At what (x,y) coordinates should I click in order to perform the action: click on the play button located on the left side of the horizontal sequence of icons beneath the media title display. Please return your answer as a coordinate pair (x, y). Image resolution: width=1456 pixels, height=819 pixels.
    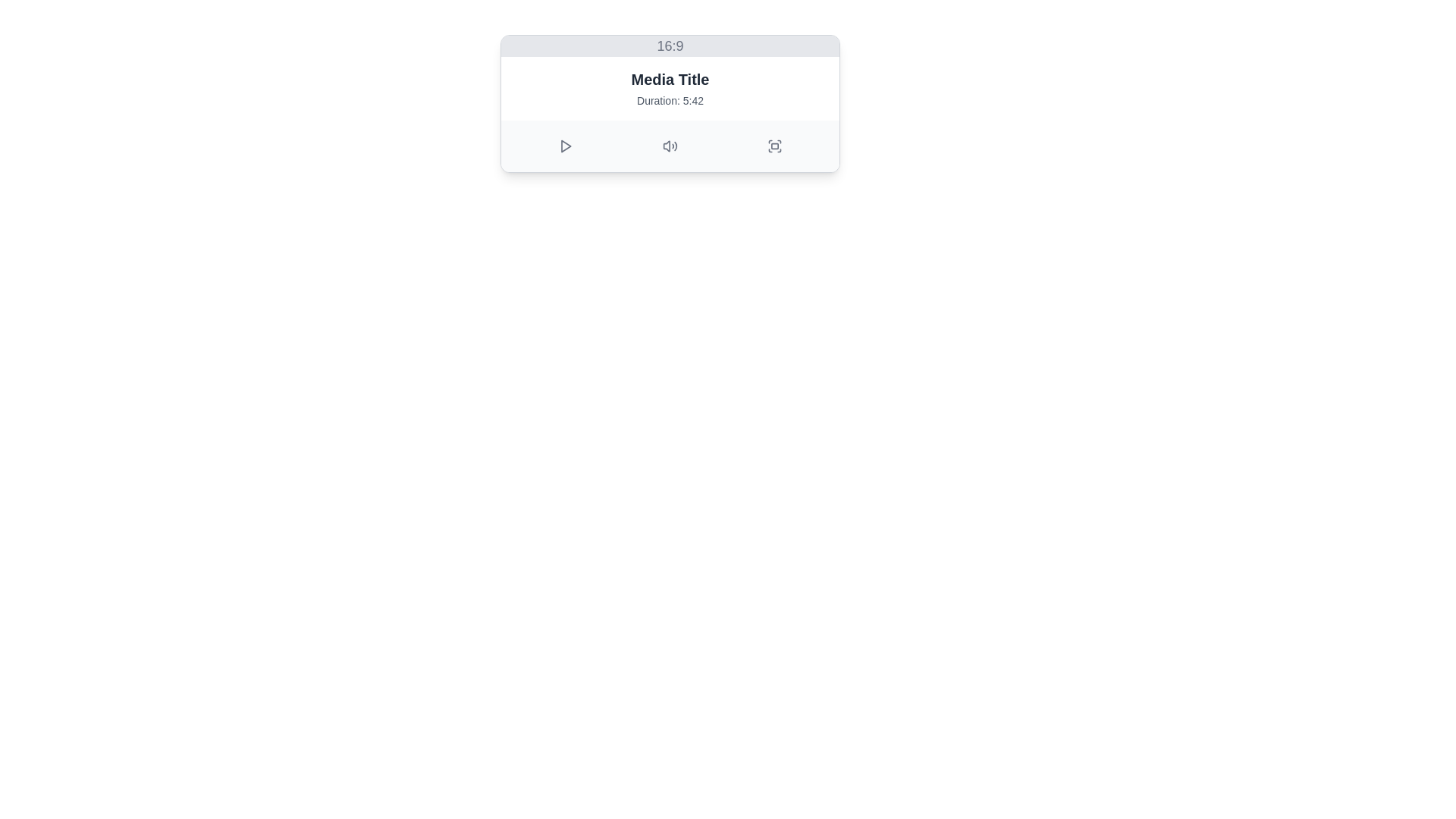
    Looking at the image, I should click on (564, 146).